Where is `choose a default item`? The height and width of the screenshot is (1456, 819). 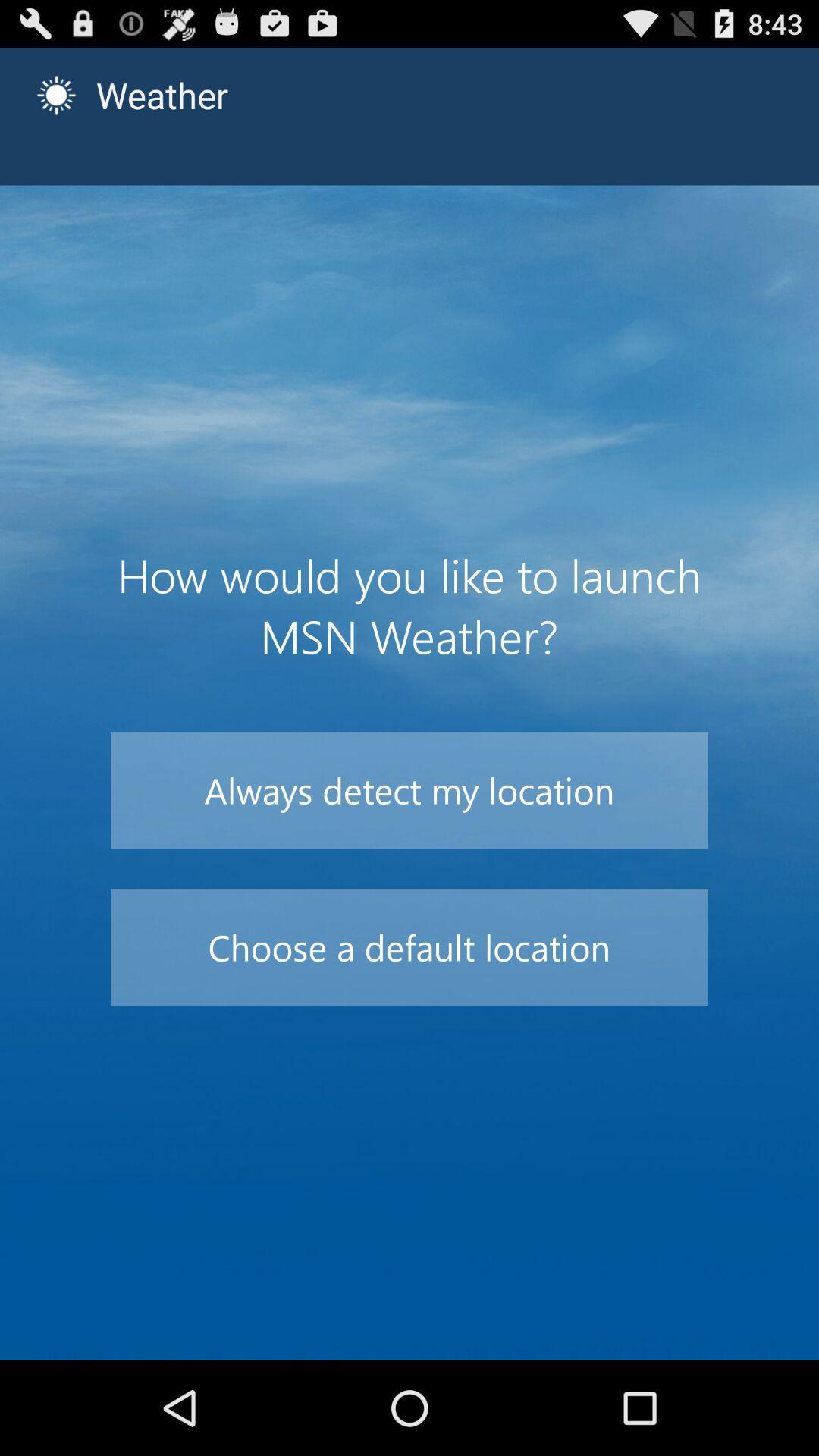
choose a default item is located at coordinates (409, 946).